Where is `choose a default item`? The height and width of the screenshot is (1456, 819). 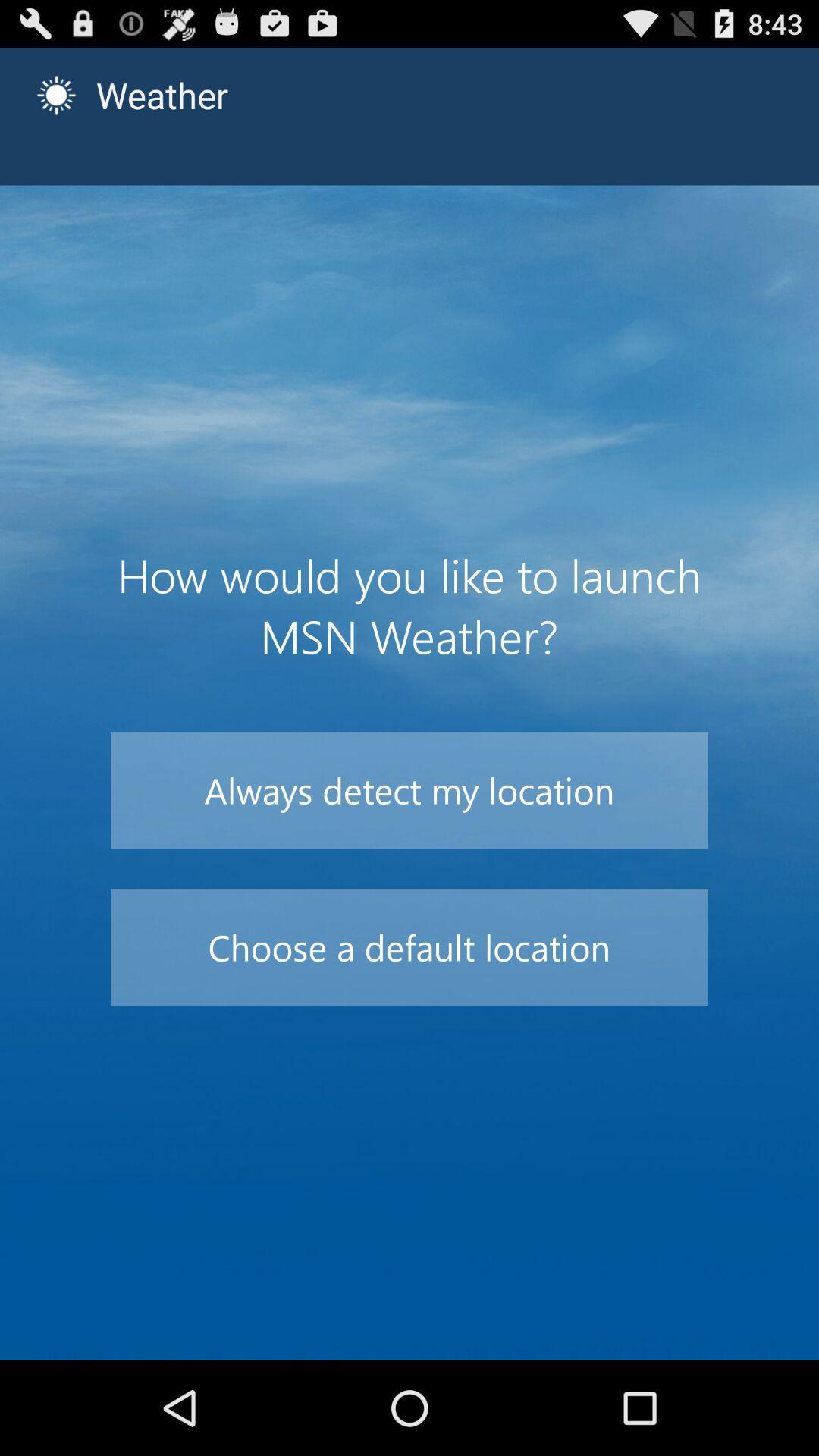
choose a default item is located at coordinates (409, 946).